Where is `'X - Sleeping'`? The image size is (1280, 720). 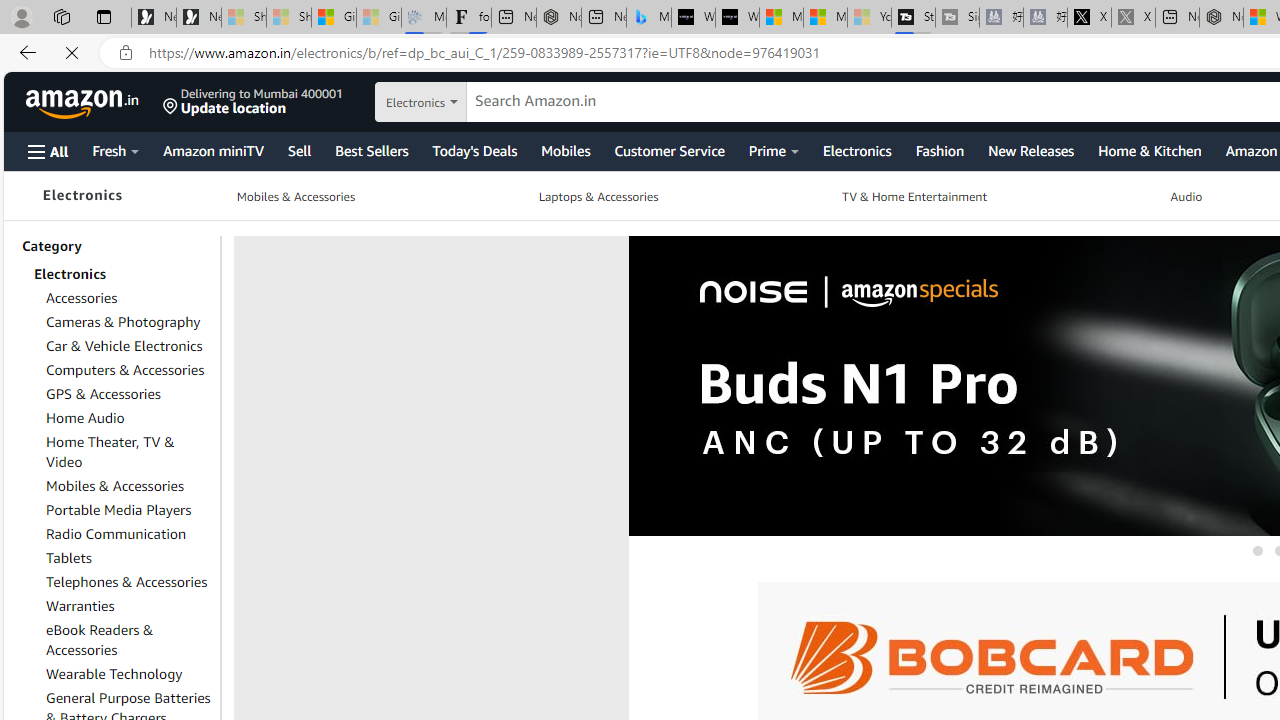
'X - Sleeping' is located at coordinates (1133, 17).